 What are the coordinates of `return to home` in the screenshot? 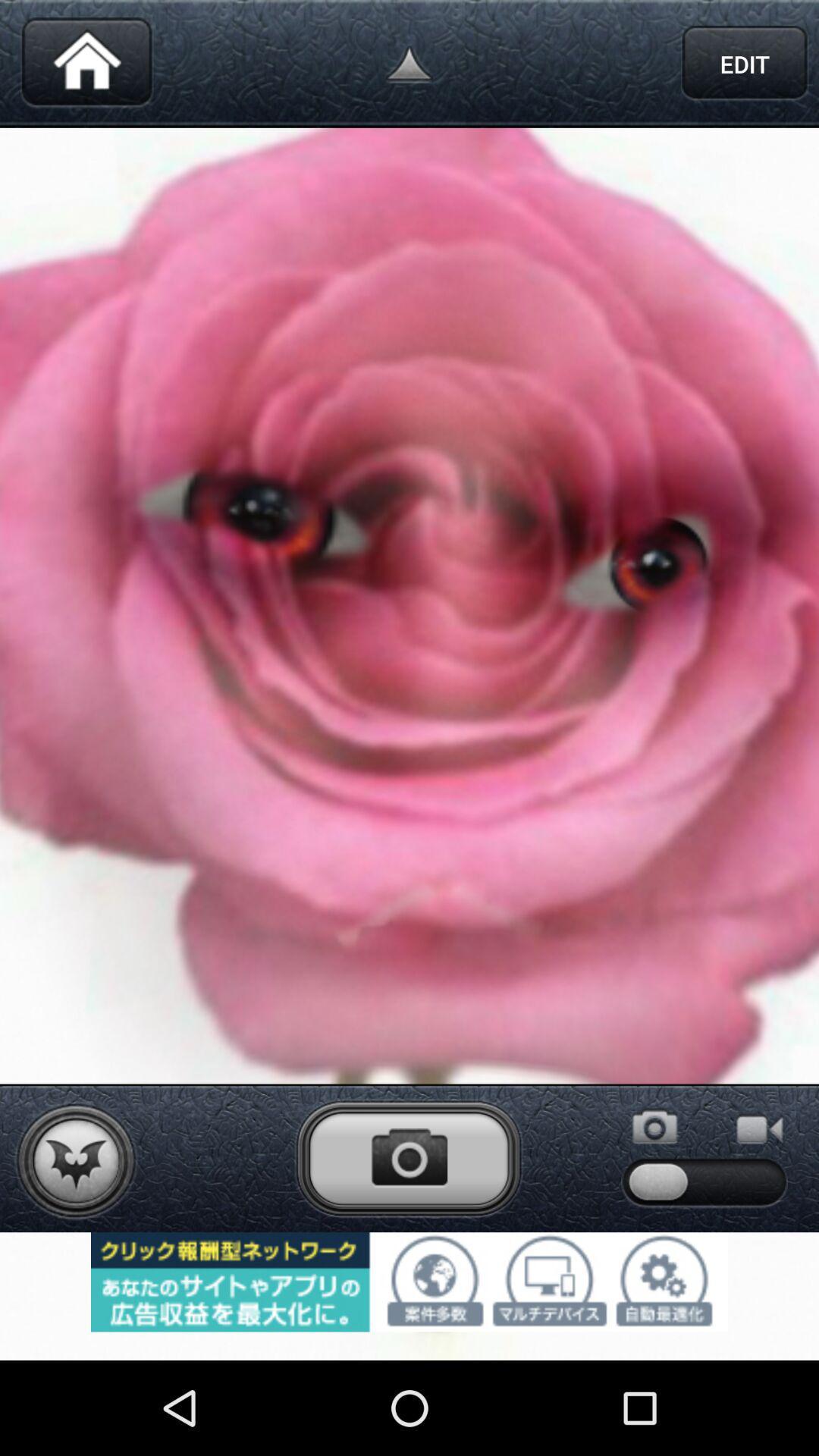 It's located at (86, 63).